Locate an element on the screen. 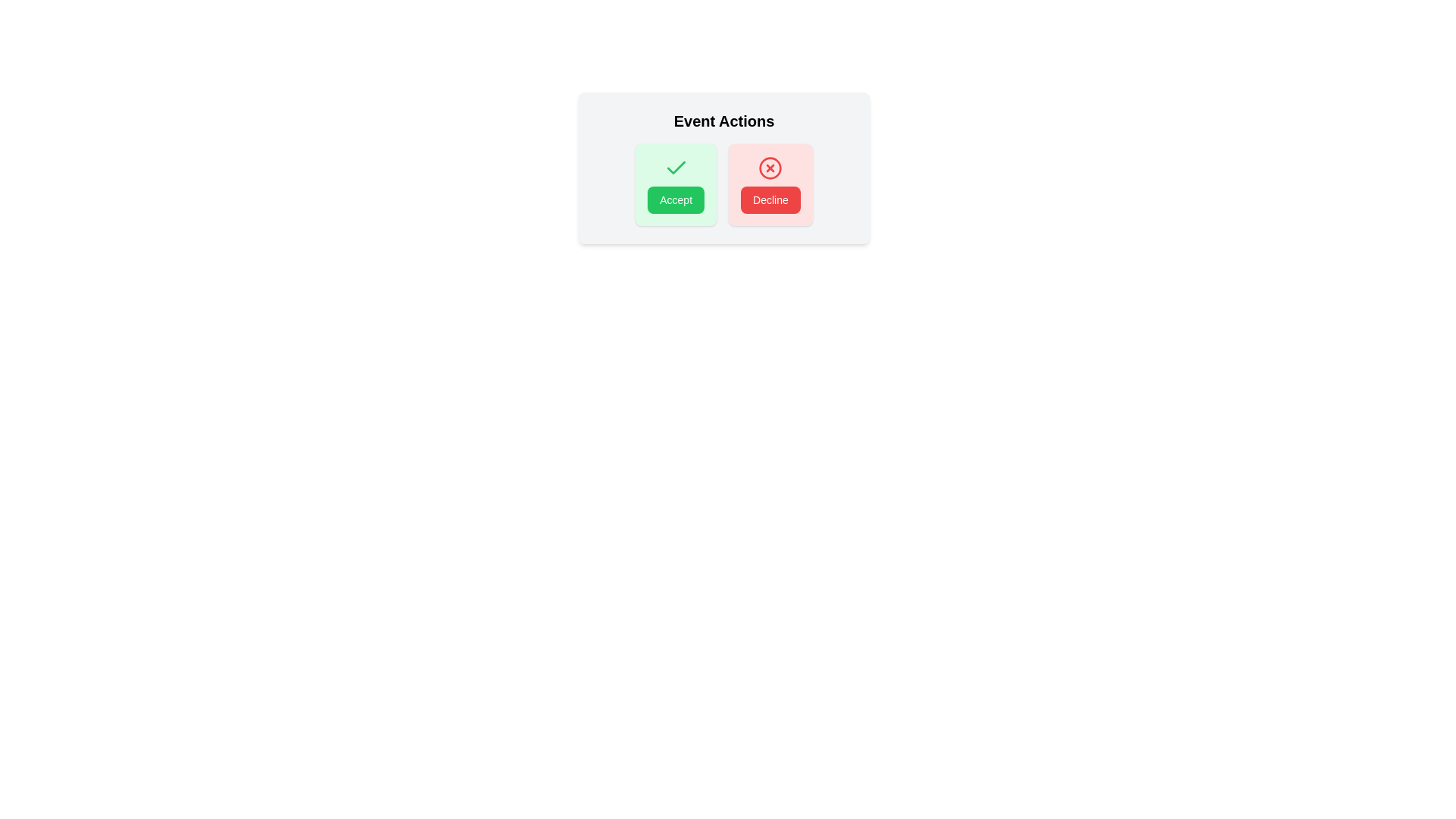  the green checkmark icon within the 'Accept' button, which is located on the left side of the two-button group under the 'Event Actions' title is located at coordinates (675, 168).